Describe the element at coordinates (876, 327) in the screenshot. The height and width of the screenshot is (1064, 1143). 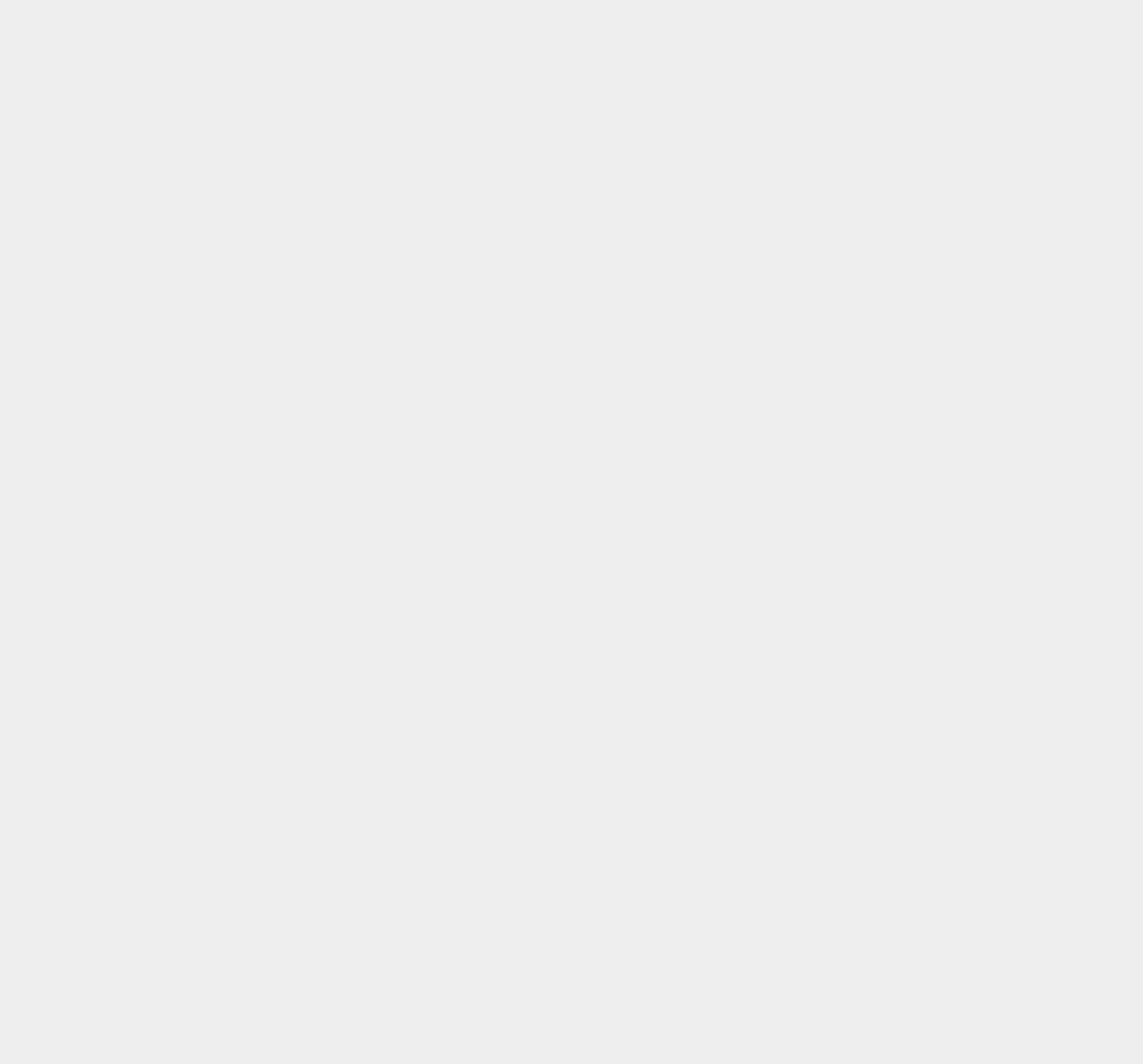
I see `'Search Engine Results'` at that location.